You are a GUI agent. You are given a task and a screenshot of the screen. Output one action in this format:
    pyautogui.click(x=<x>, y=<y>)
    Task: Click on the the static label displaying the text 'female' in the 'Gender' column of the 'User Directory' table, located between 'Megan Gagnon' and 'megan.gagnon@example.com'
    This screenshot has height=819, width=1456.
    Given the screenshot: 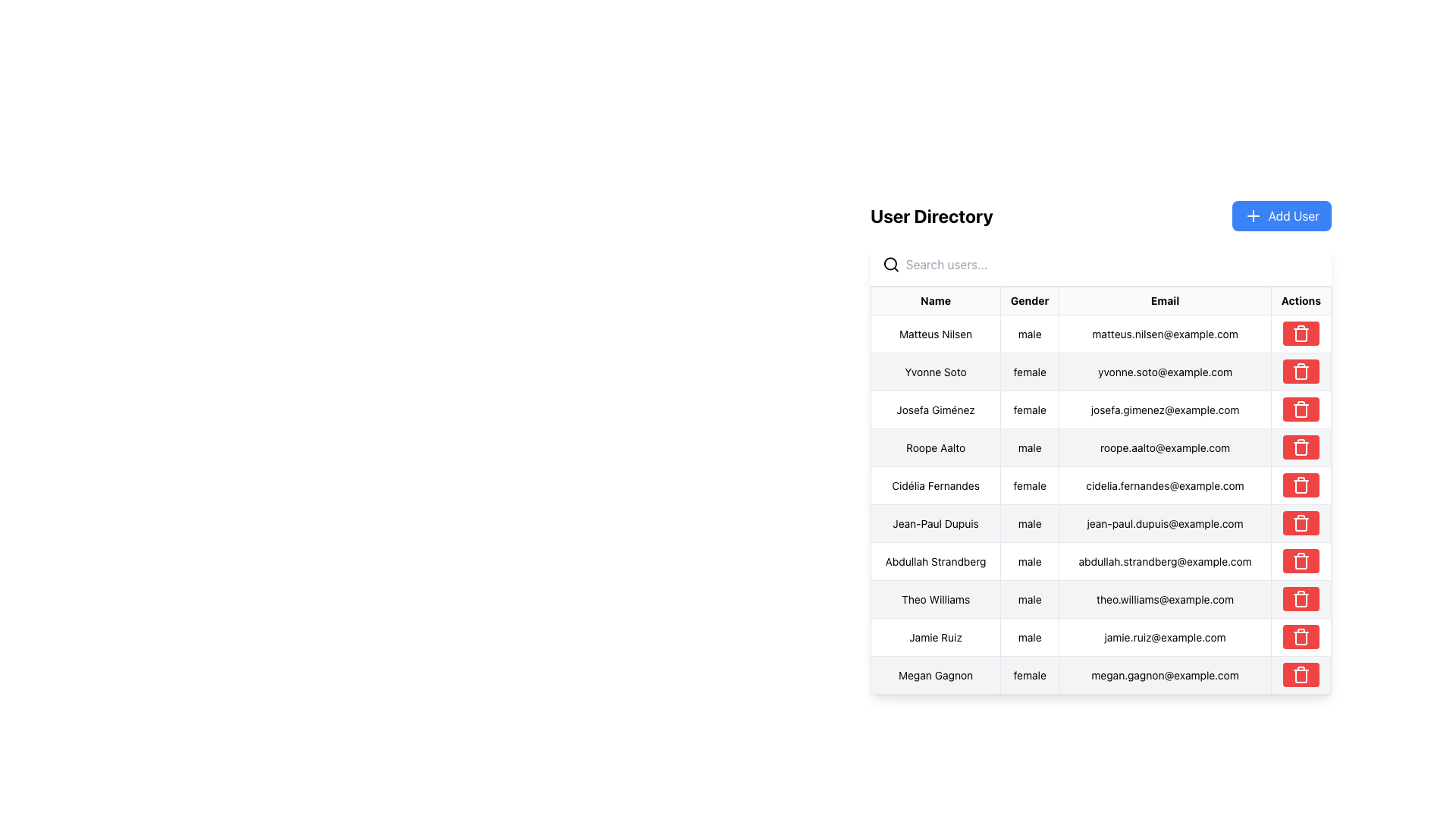 What is the action you would take?
    pyautogui.click(x=1030, y=674)
    